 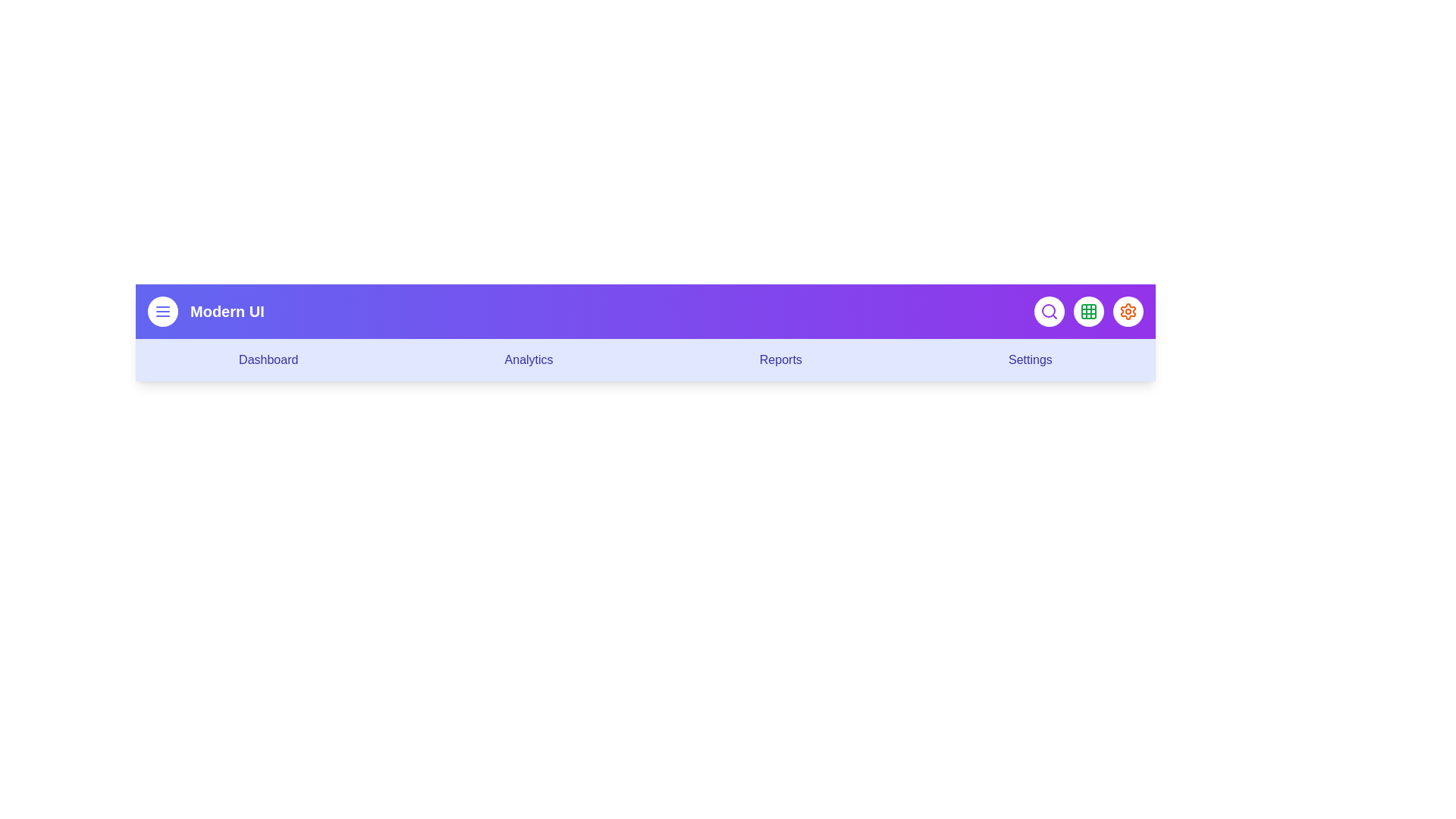 What do you see at coordinates (1048, 311) in the screenshot?
I see `the search button to initiate a search` at bounding box center [1048, 311].